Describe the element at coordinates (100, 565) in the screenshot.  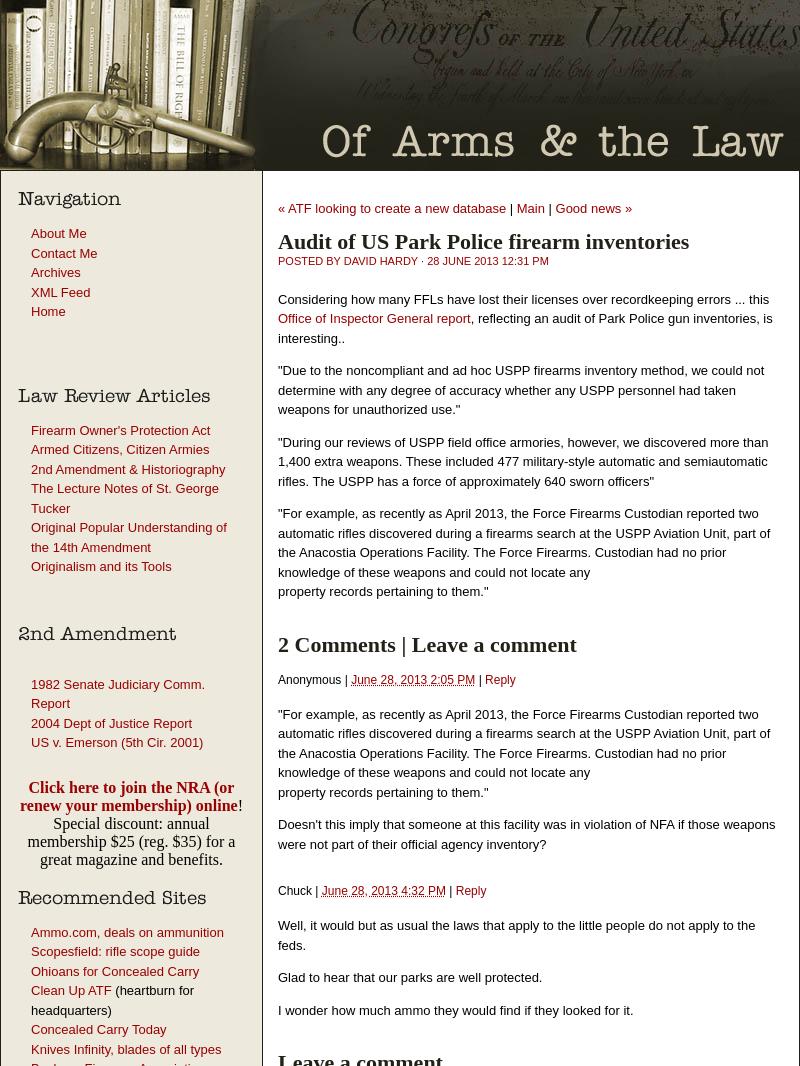
I see `'Originalism and its Tools'` at that location.